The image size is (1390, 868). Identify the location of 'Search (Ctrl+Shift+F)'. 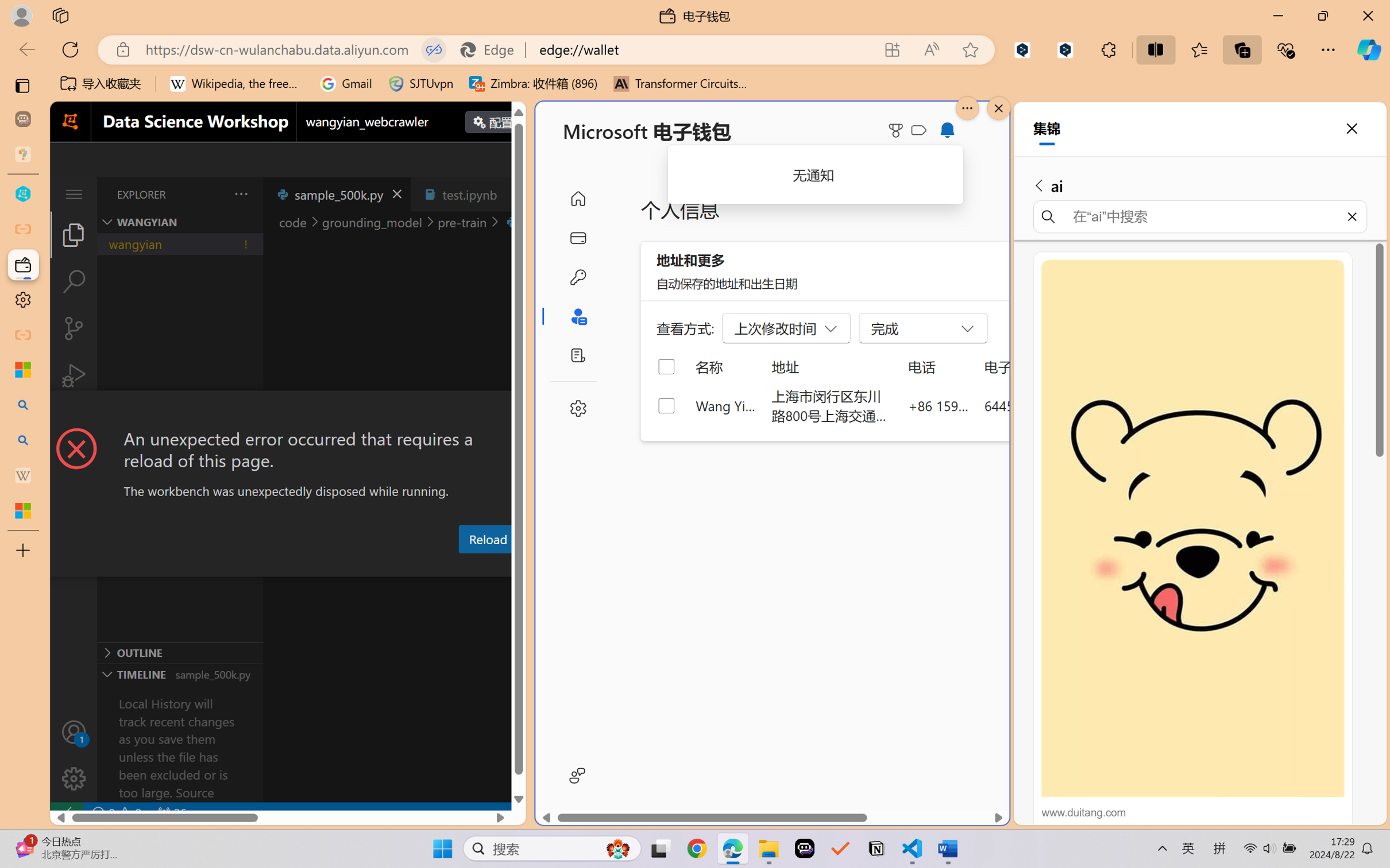
(73, 281).